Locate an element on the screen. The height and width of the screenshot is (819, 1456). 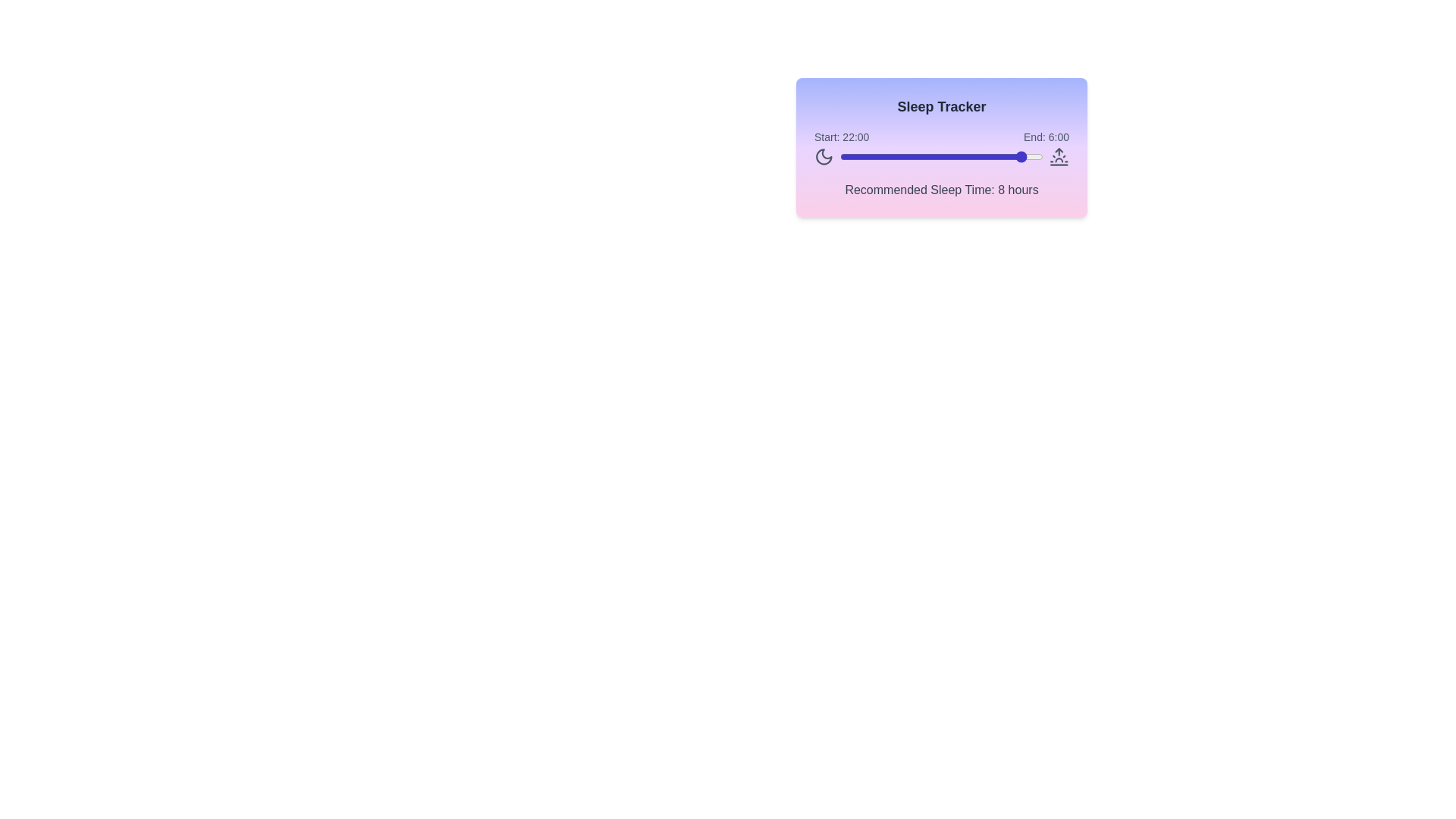
the sunrise icon to interact with it is located at coordinates (1059, 157).